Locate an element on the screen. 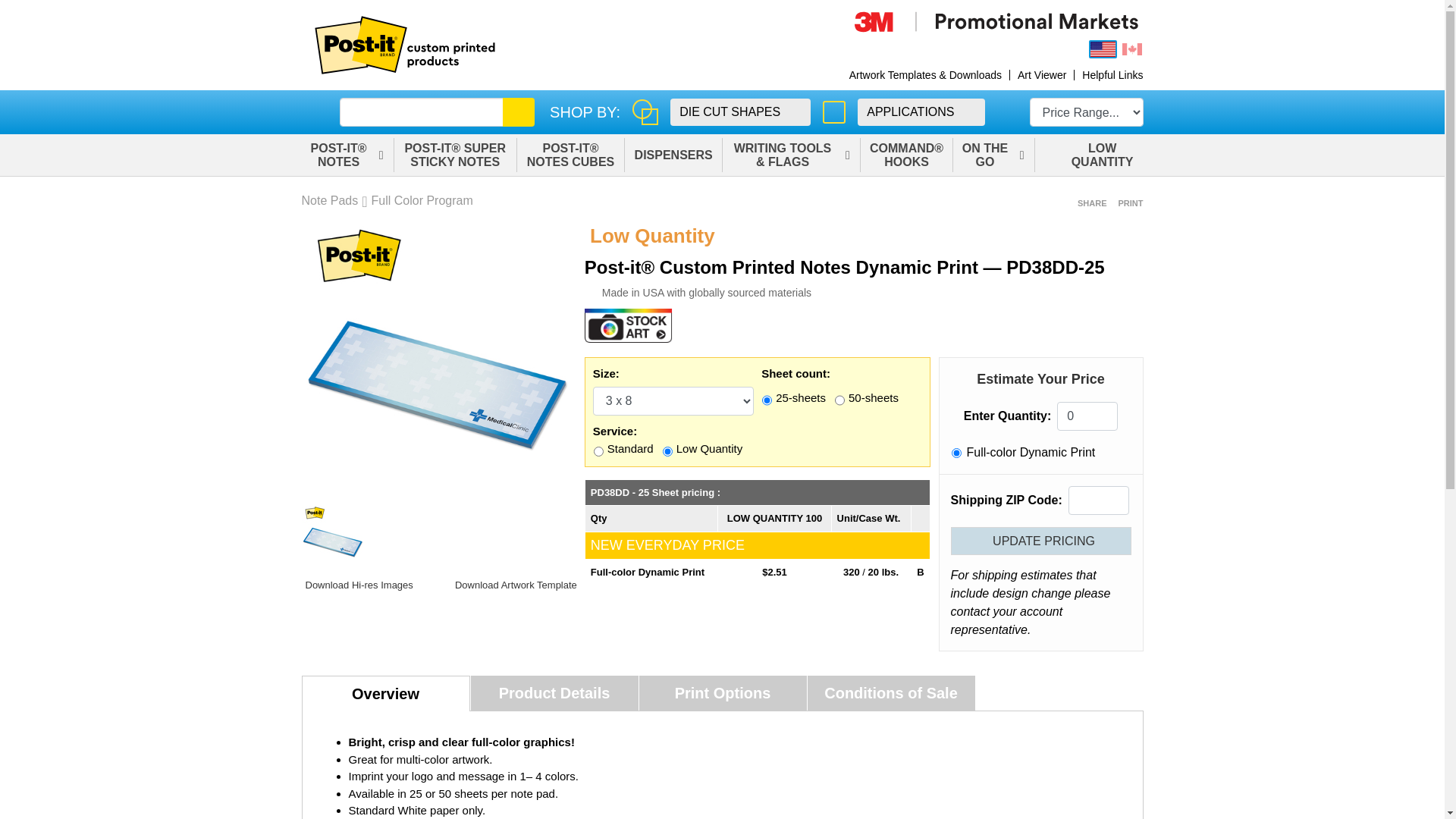 Image resolution: width=1456 pixels, height=819 pixels. 'ON THE is located at coordinates (993, 155).